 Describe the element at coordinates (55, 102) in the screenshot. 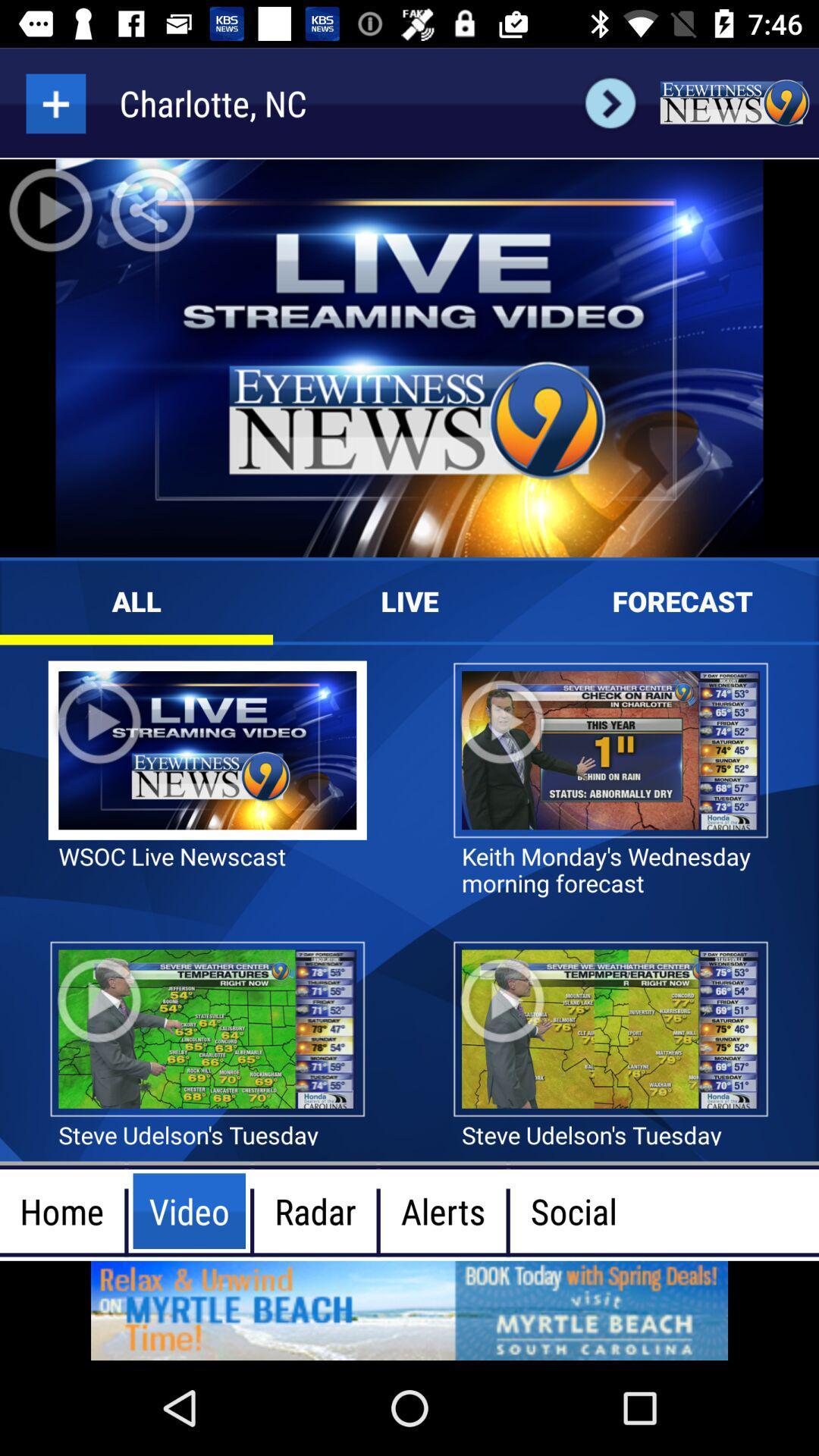

I see `location` at that location.